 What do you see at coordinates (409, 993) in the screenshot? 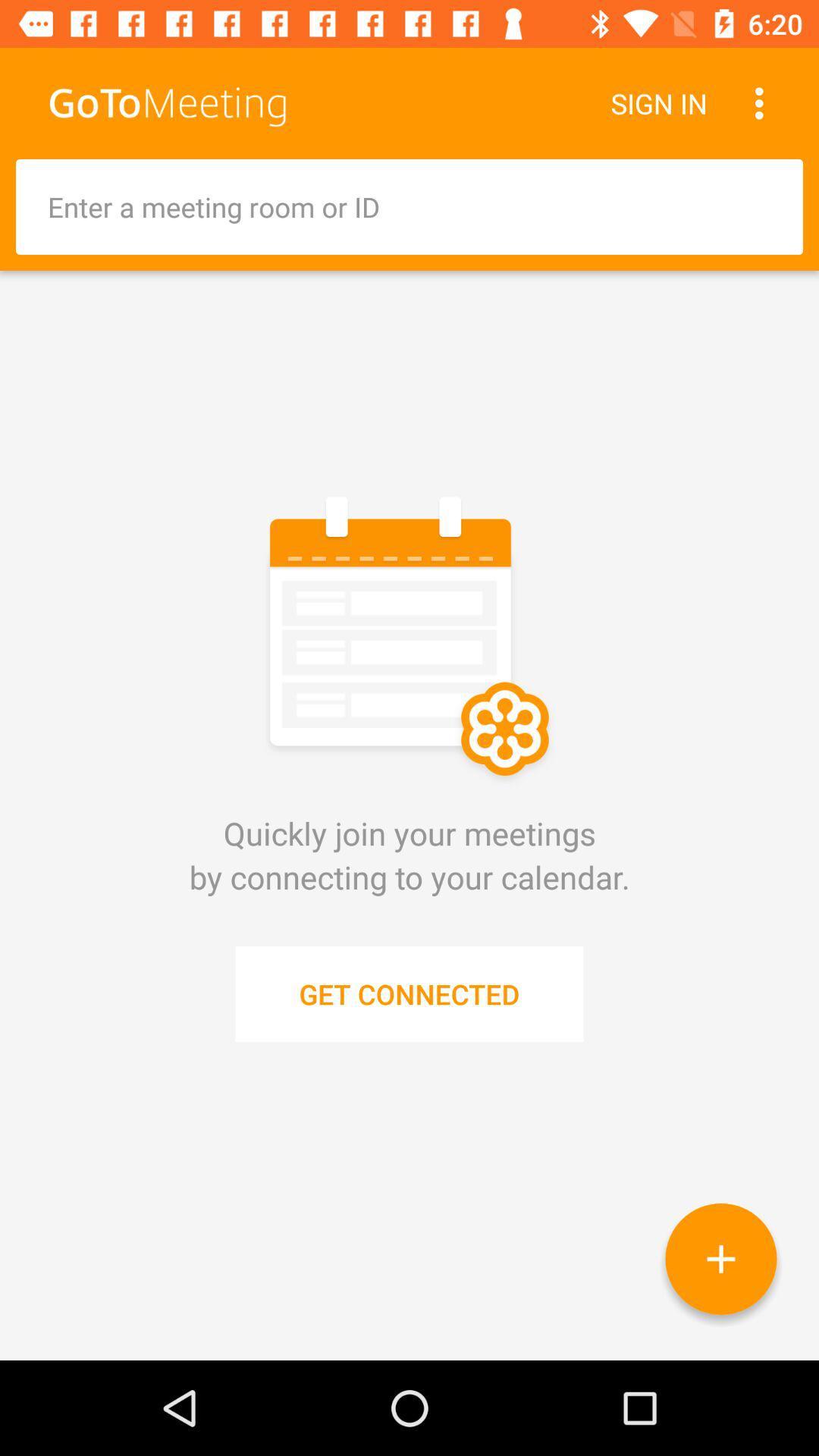
I see `the get connected icon` at bounding box center [409, 993].